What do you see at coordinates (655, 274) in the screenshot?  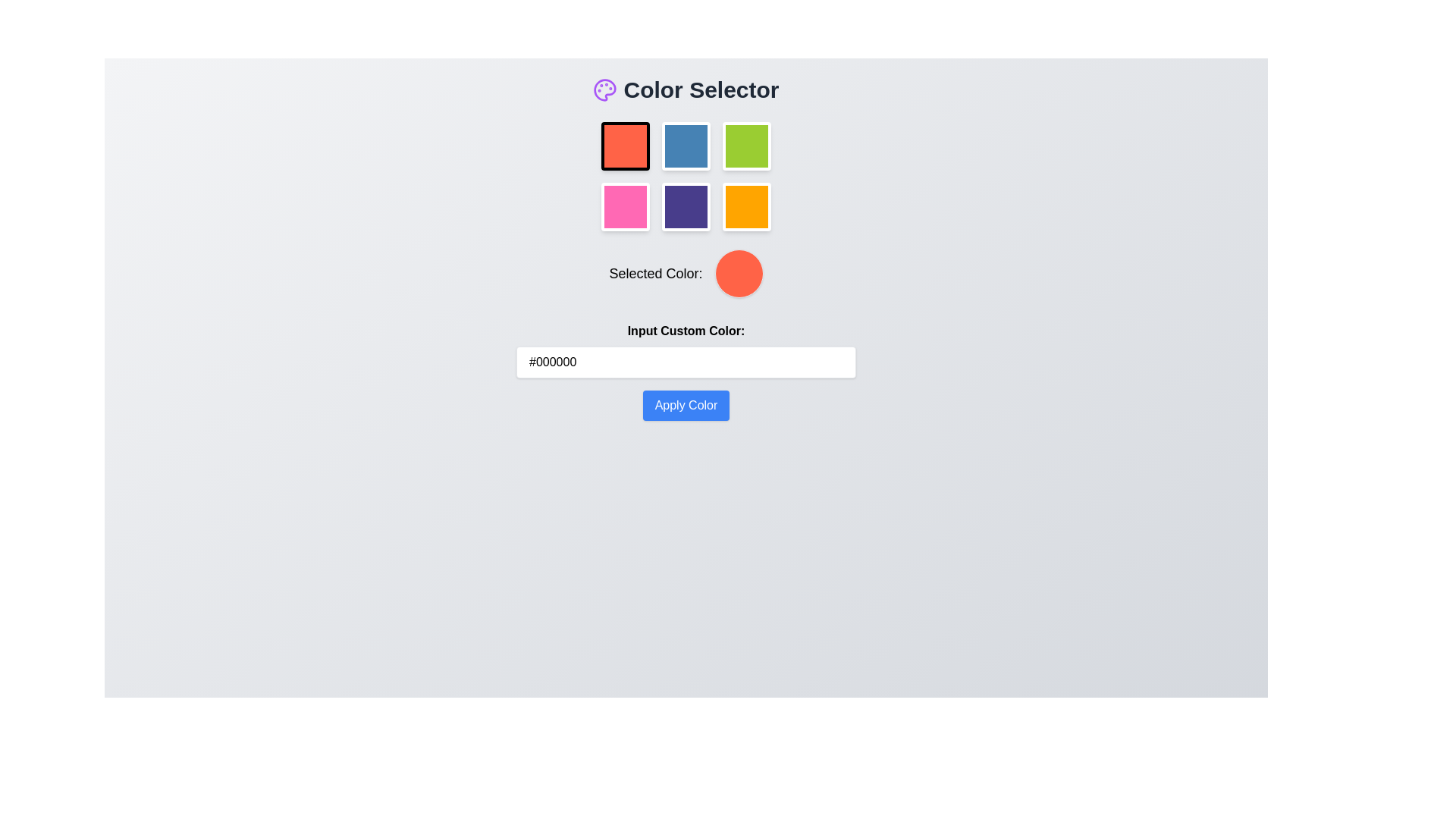 I see `the text label reading 'Selected Color:' which appears in a medium-sized, bold font, located above the input section of a color selection interface` at bounding box center [655, 274].